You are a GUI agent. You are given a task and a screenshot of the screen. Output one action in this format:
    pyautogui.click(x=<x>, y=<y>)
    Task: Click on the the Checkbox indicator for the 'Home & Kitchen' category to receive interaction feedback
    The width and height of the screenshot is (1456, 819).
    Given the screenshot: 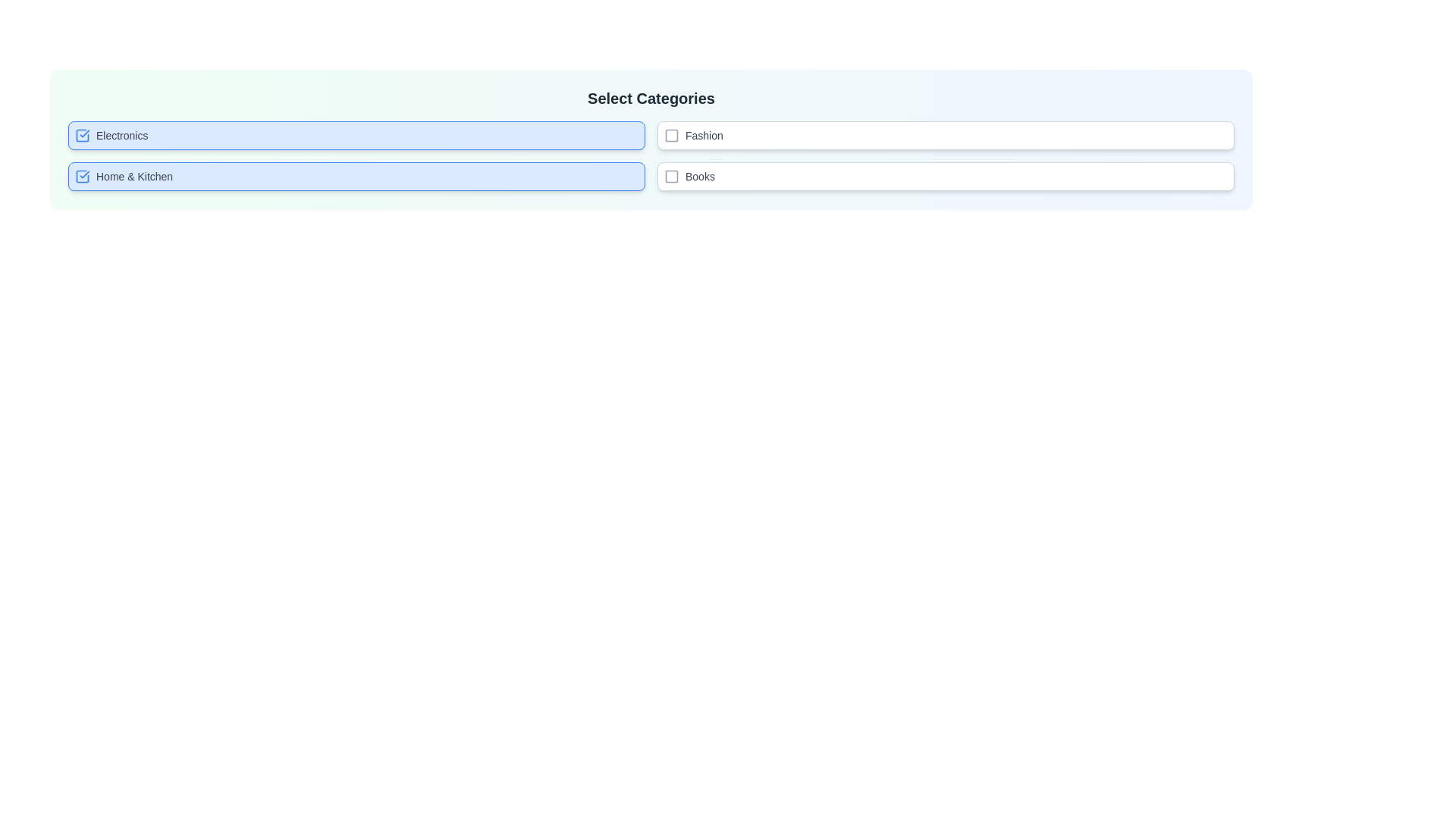 What is the action you would take?
    pyautogui.click(x=82, y=175)
    